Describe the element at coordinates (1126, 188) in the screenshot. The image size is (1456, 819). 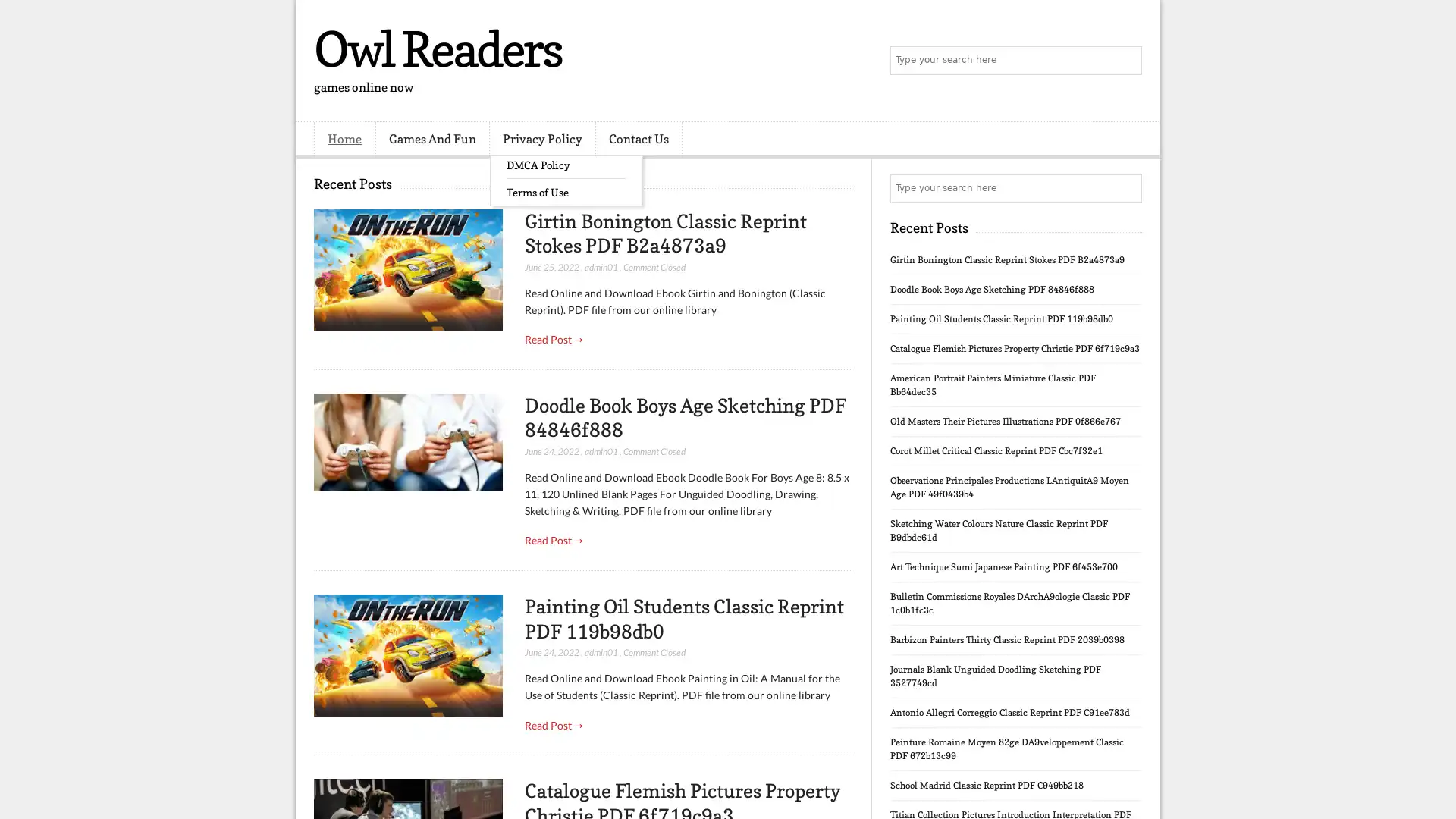
I see `Search` at that location.